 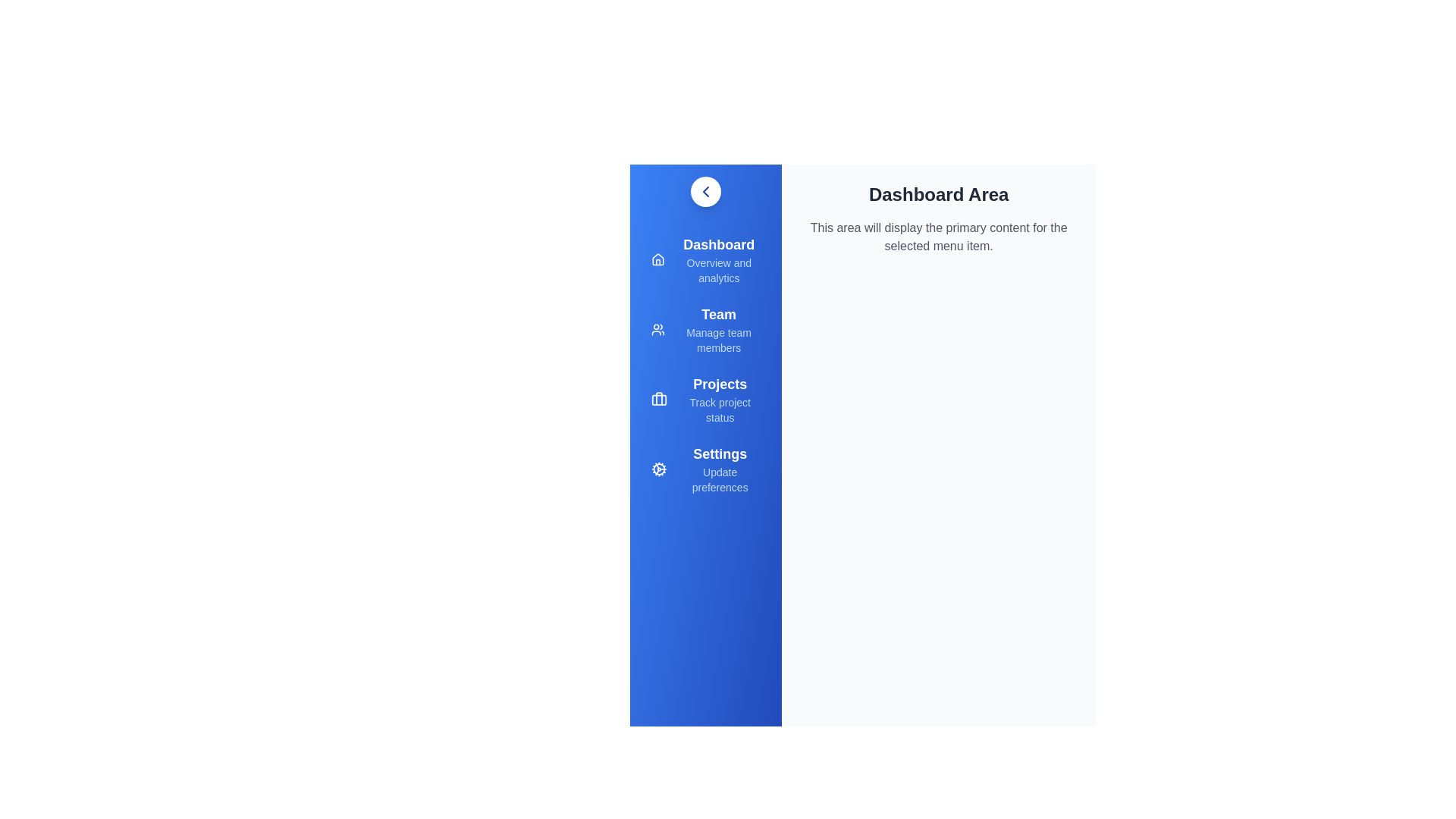 I want to click on the menu item Settings to navigate, so click(x=705, y=468).